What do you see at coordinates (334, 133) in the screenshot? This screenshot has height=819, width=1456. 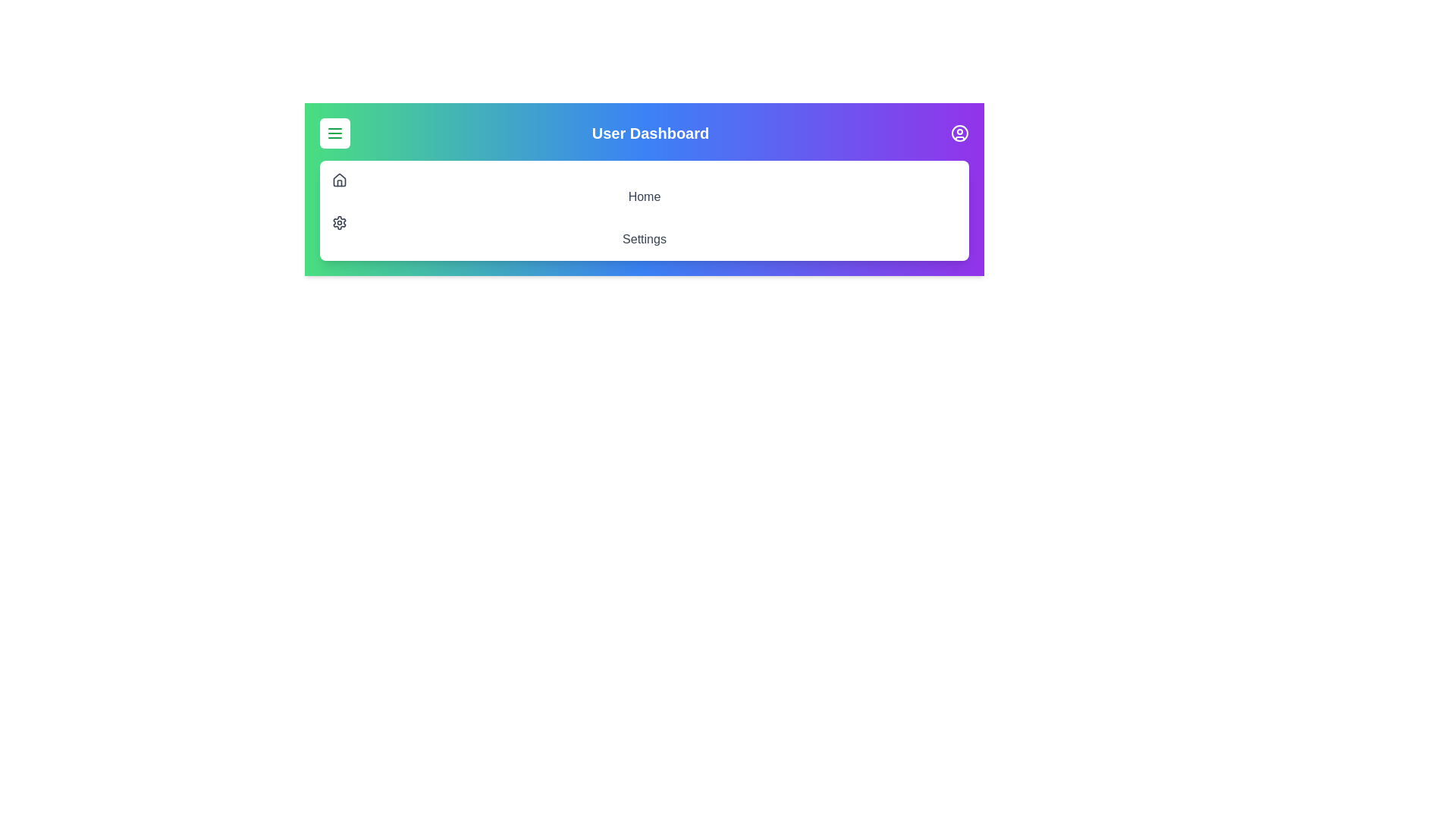 I see `the menu button to toggle the menu visibility` at bounding box center [334, 133].